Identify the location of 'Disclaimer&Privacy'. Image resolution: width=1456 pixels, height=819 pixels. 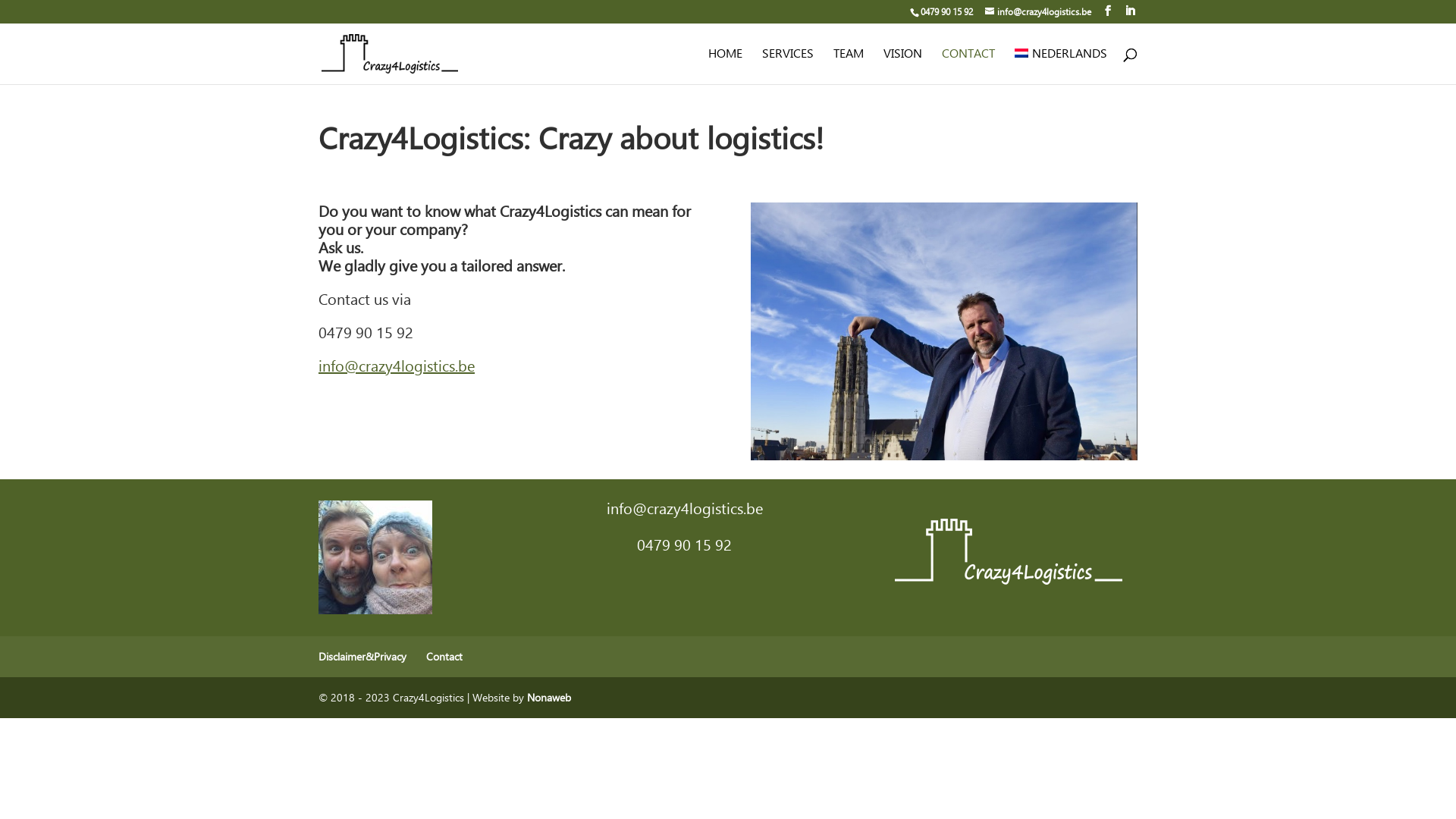
(362, 655).